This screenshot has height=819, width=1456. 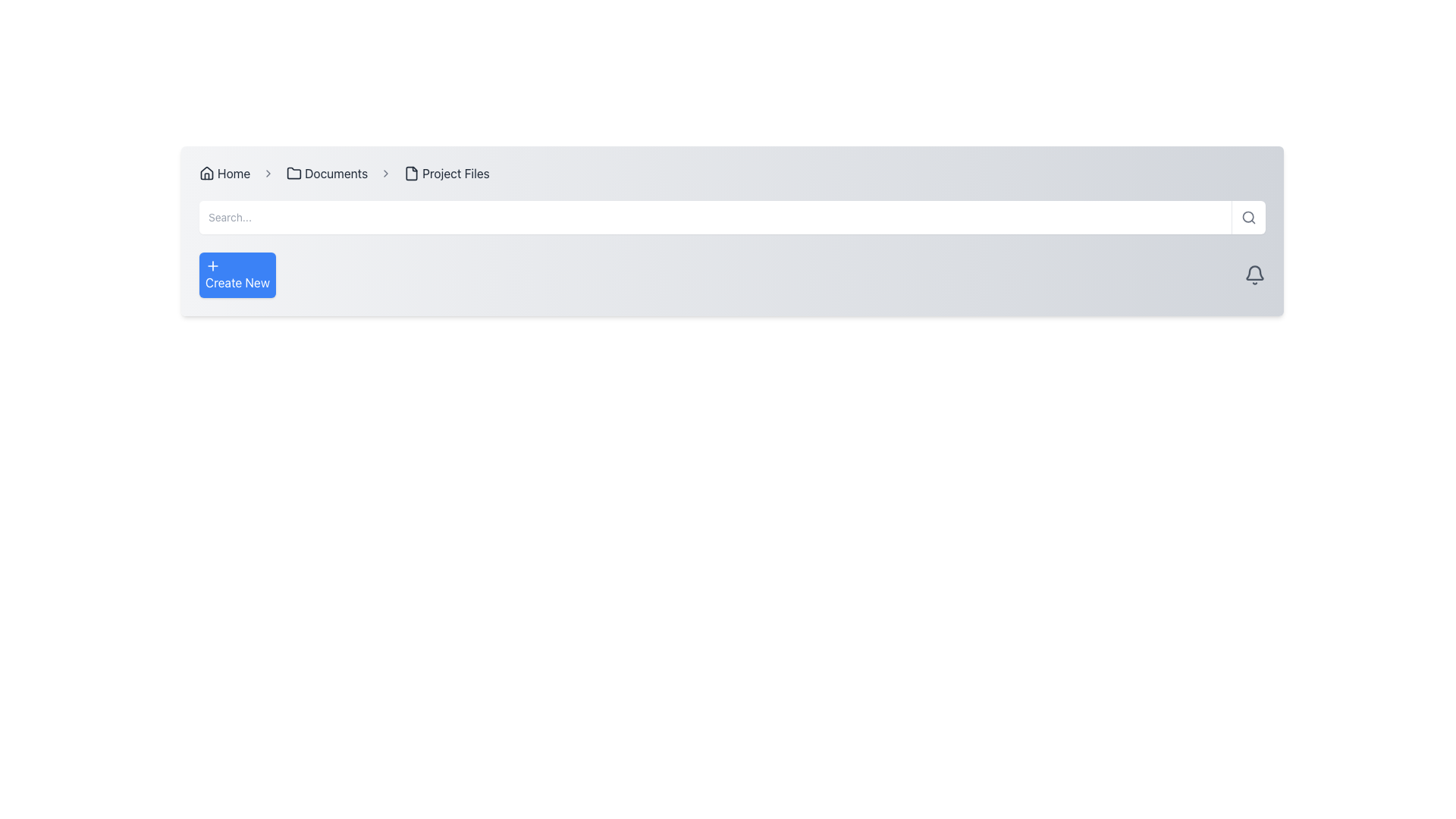 What do you see at coordinates (386, 172) in the screenshot?
I see `the rightward-facing chevron icon in the breadcrumb navigation that separates the 'Documents' label and the 'Project Files' label` at bounding box center [386, 172].